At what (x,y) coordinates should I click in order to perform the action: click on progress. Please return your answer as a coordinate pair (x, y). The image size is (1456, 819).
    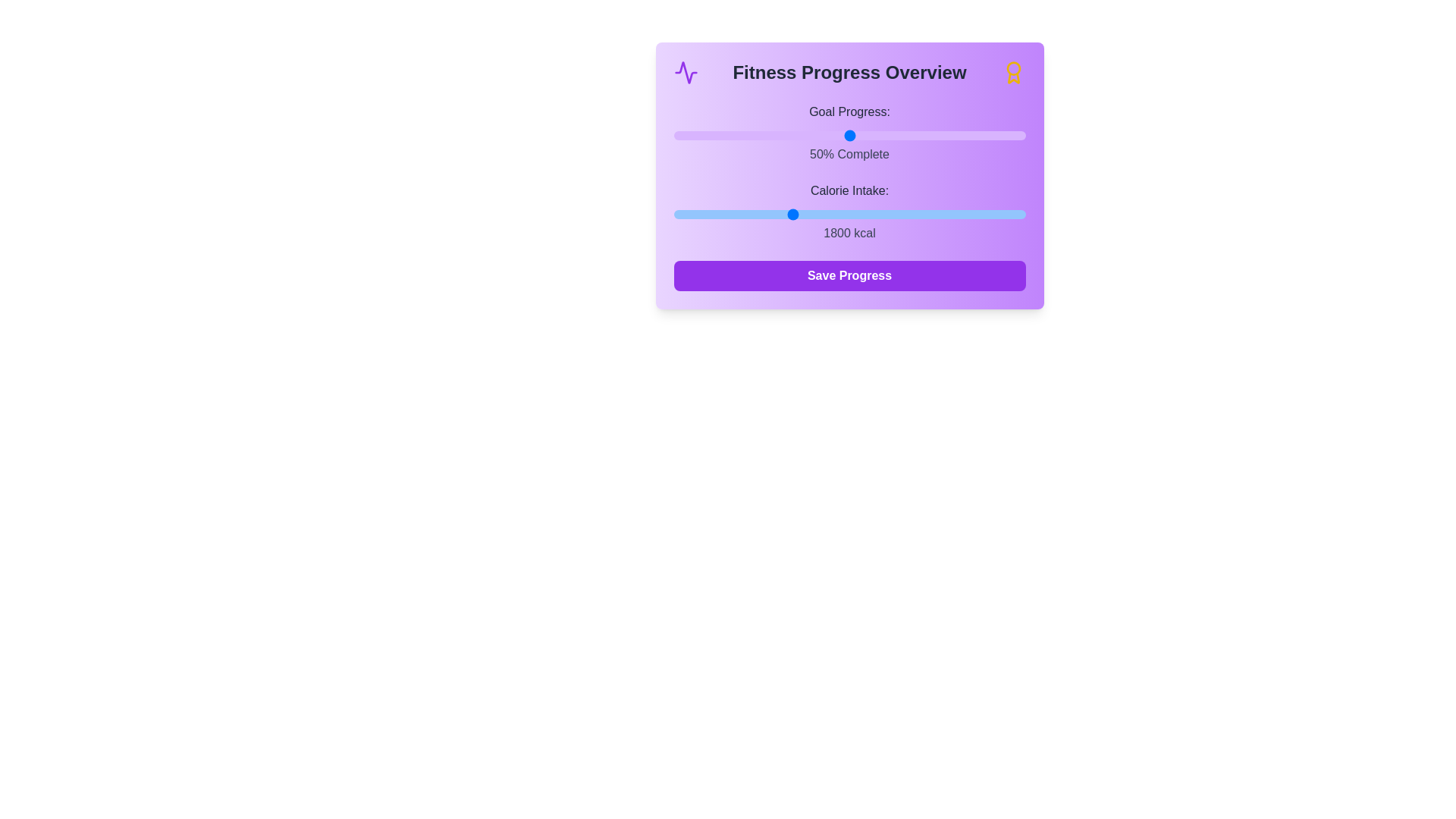
    Looking at the image, I should click on (1008, 134).